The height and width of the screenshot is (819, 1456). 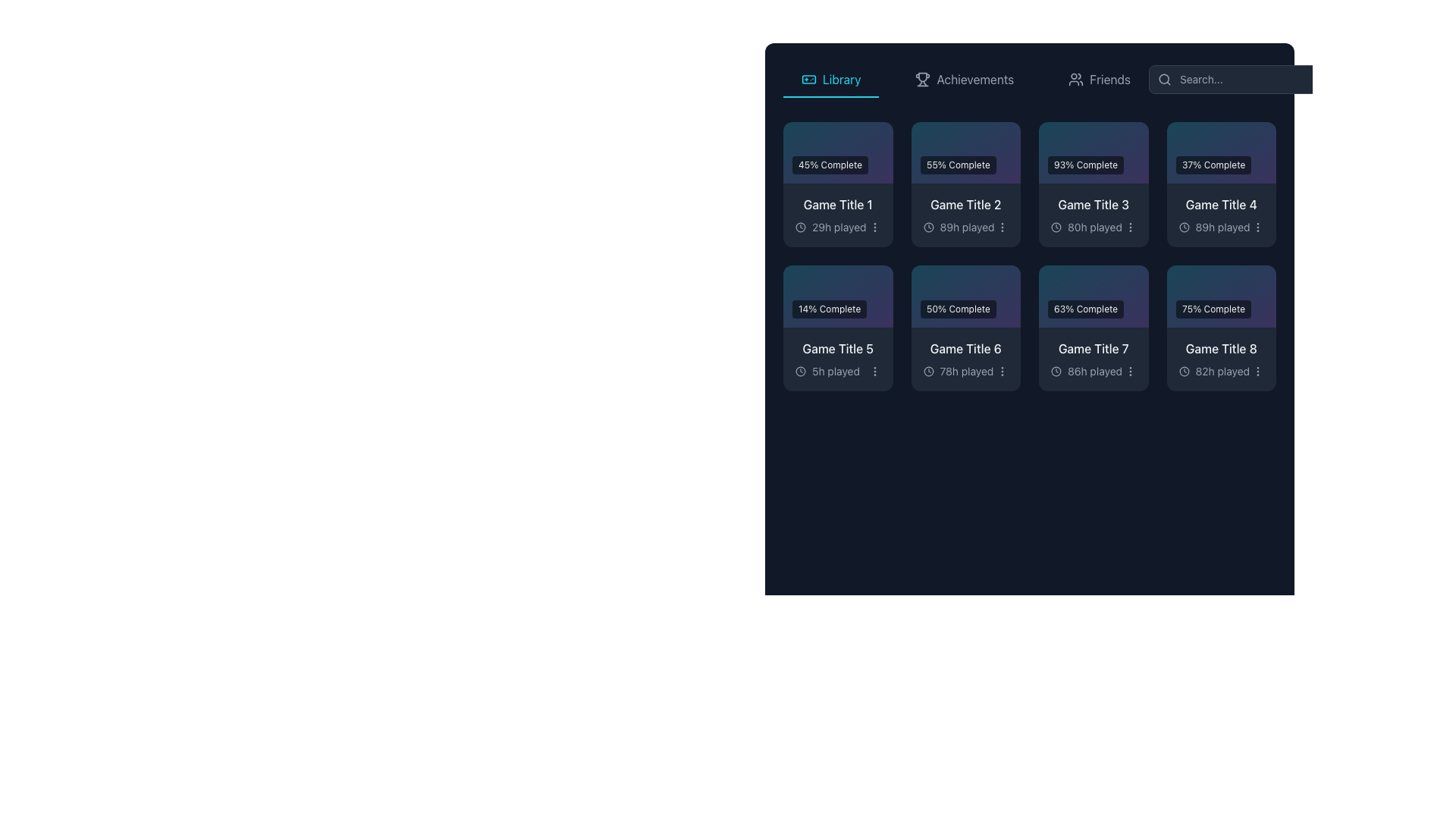 I want to click on the circular clock icon located in the second card from the left in the top row of the game's library grid, positioned beneath the title and above the text '89h played', so click(x=927, y=227).